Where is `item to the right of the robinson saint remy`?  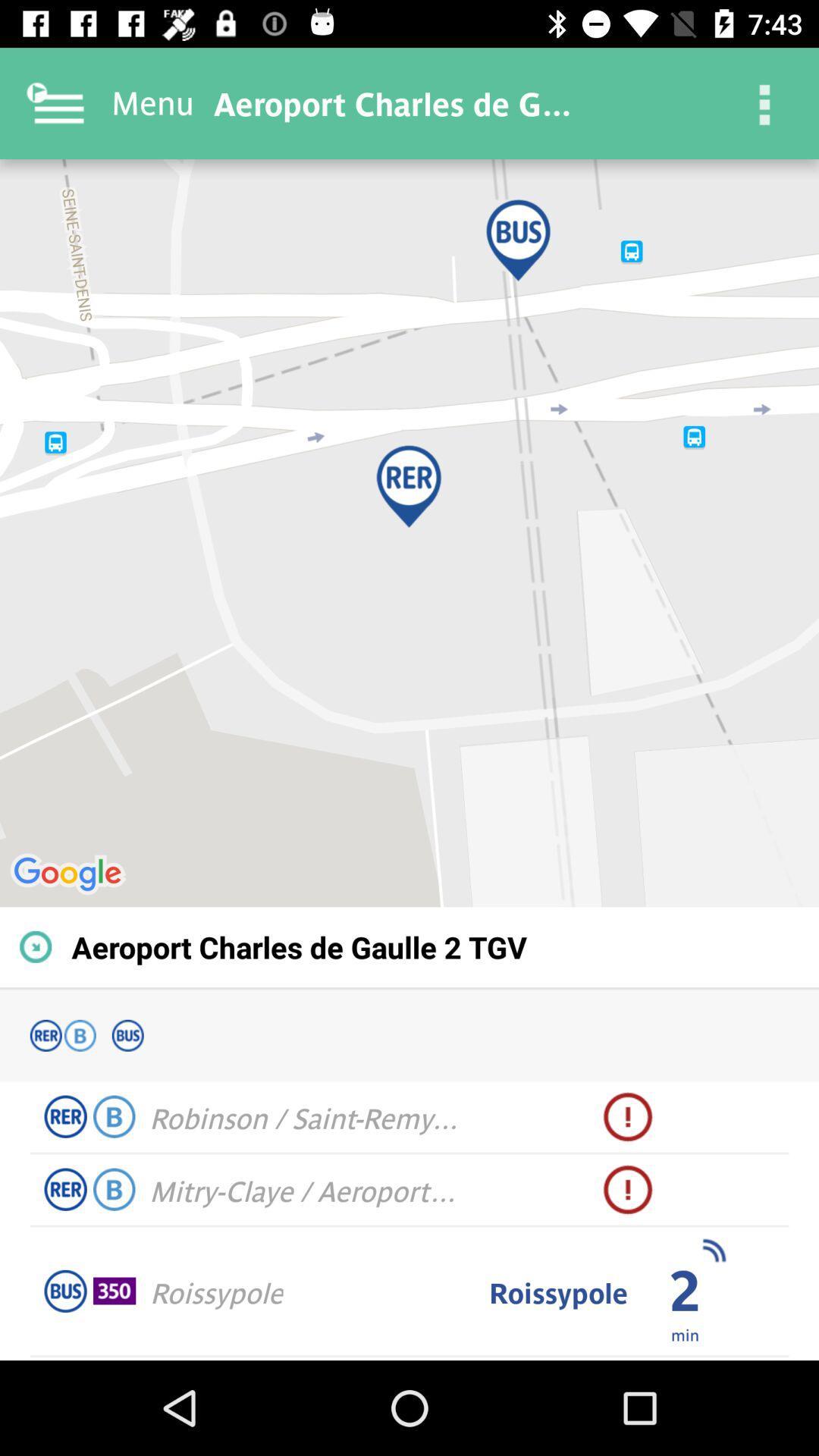
item to the right of the robinson saint remy is located at coordinates (628, 1117).